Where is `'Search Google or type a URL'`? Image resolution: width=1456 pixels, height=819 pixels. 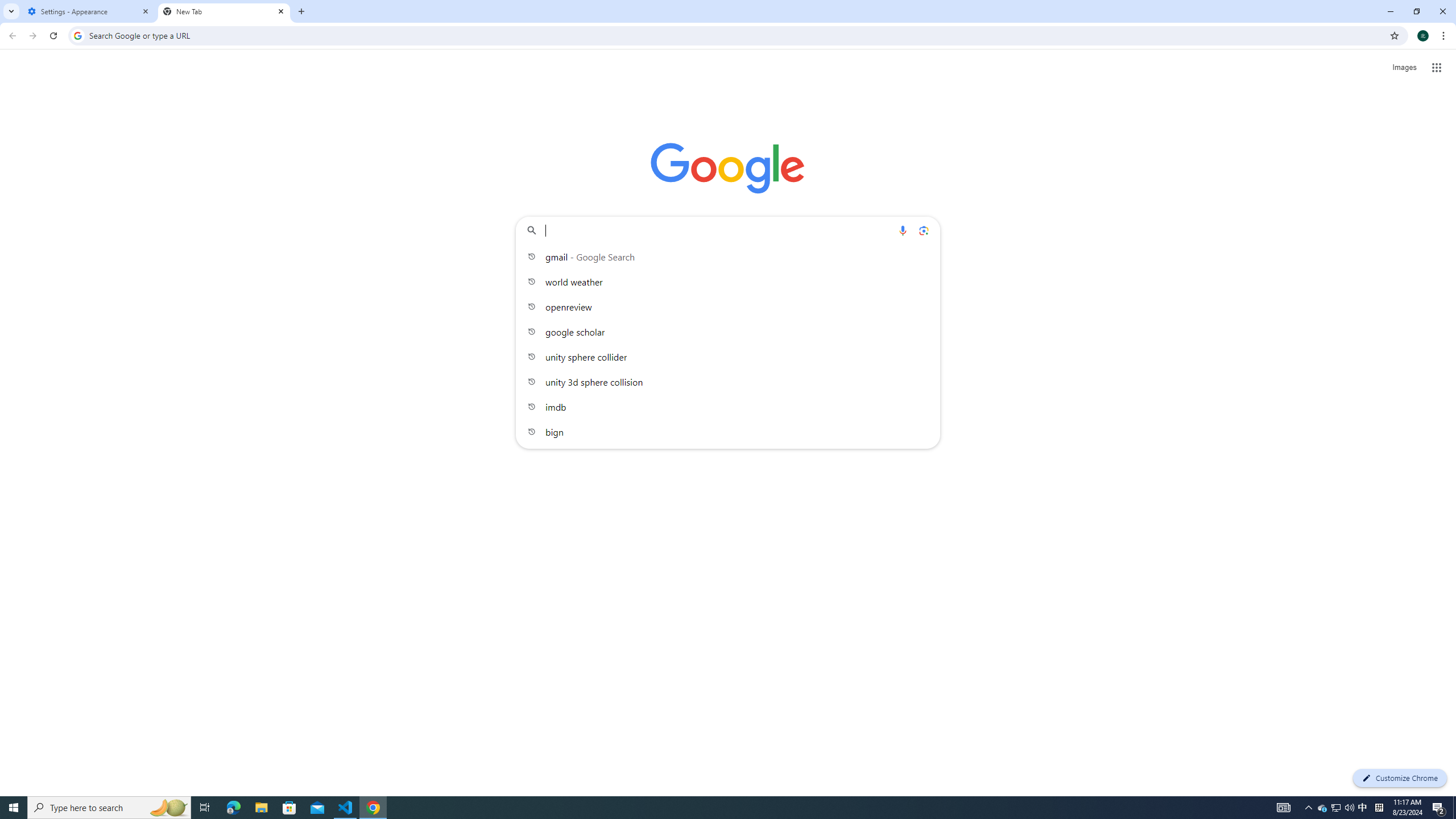 'Search Google or type a URL' is located at coordinates (728, 230).